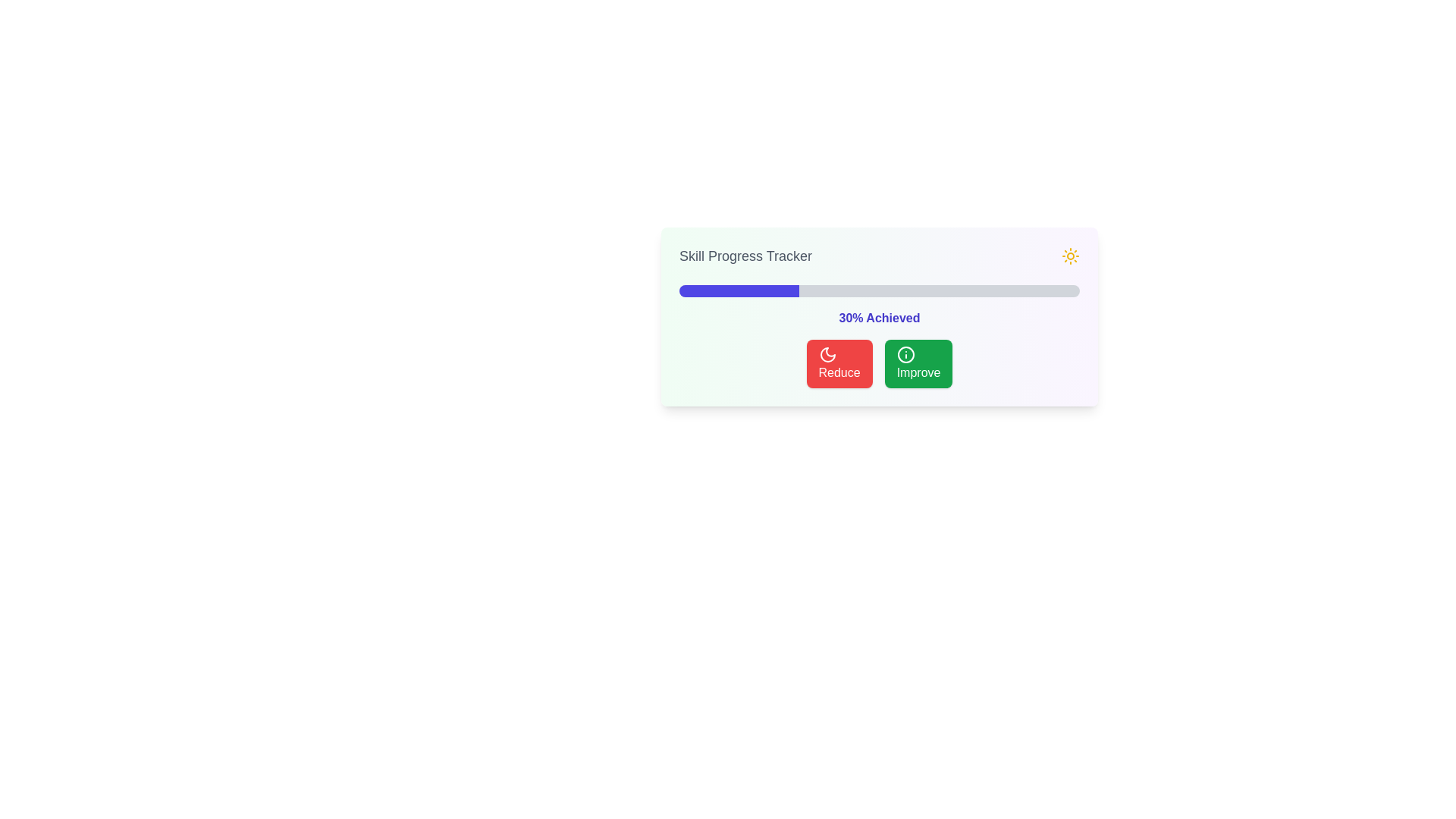 This screenshot has height=819, width=1456. Describe the element at coordinates (918, 363) in the screenshot. I see `the enhancement button located to the right of the red 'Reduce' button in the lower section of the progress tracker interface` at that location.